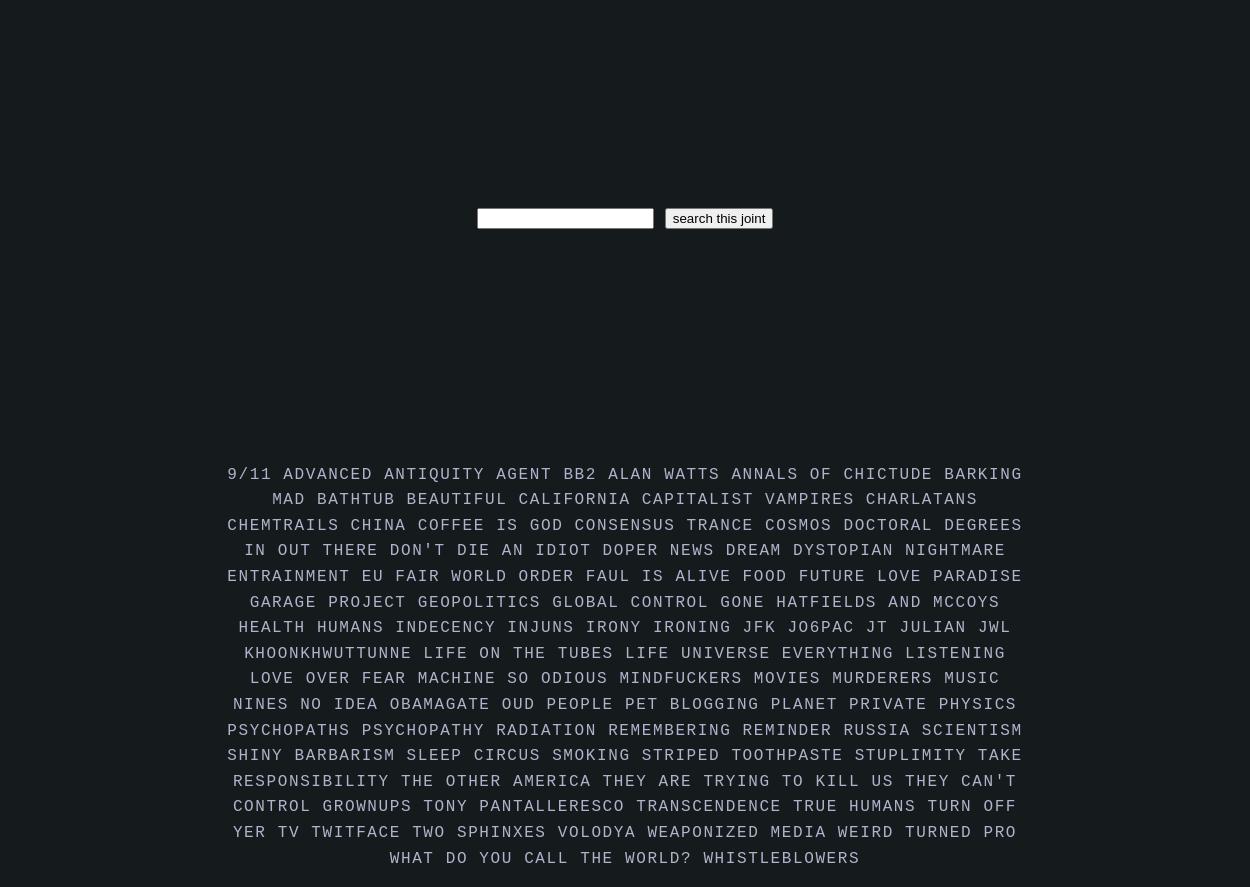  I want to click on 'china', so click(383, 525).